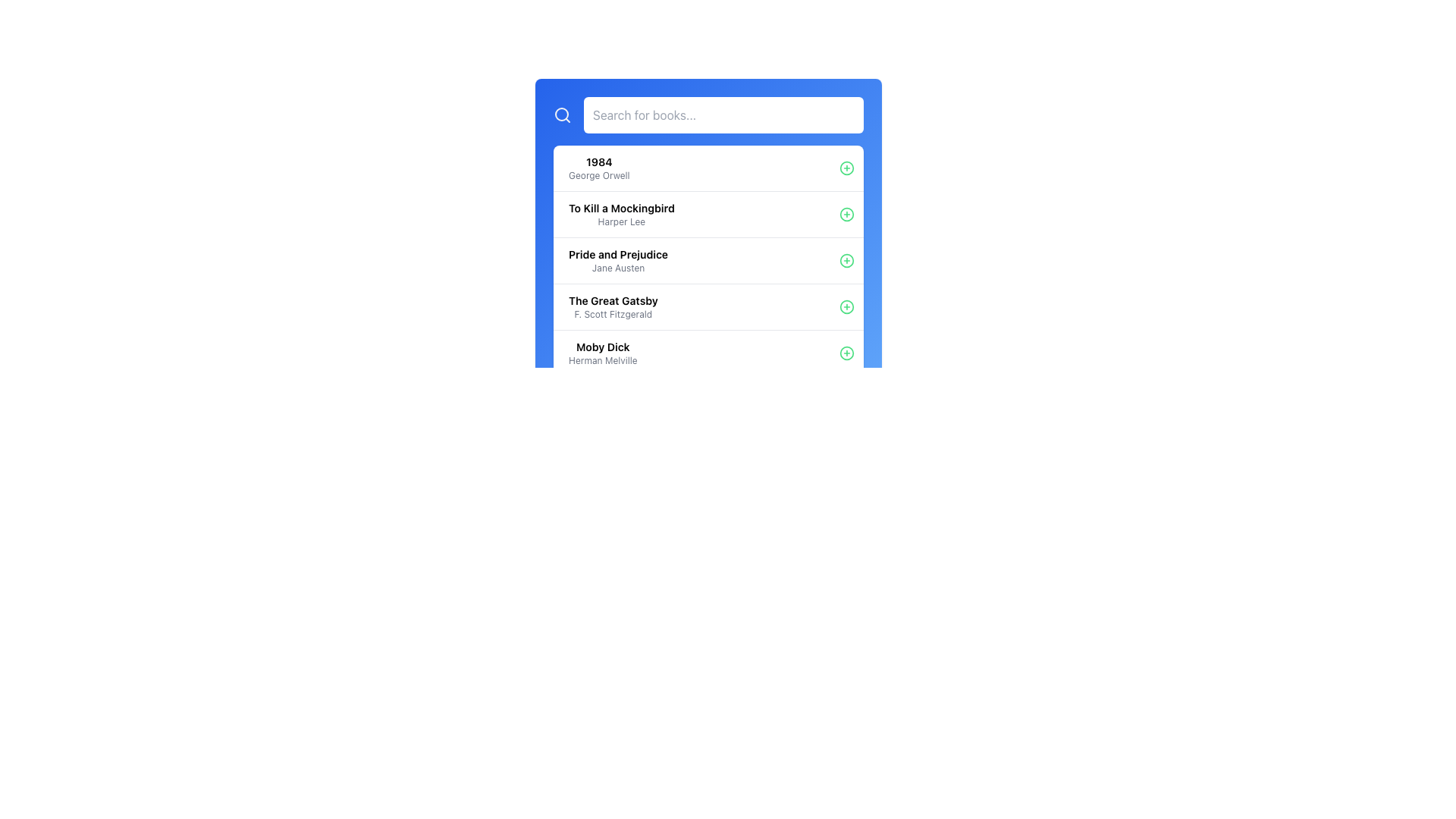  What do you see at coordinates (621, 222) in the screenshot?
I see `the text label displaying 'Harper Lee', which is located below the title 'To Kill a Mockingbird' in a small gray font` at bounding box center [621, 222].